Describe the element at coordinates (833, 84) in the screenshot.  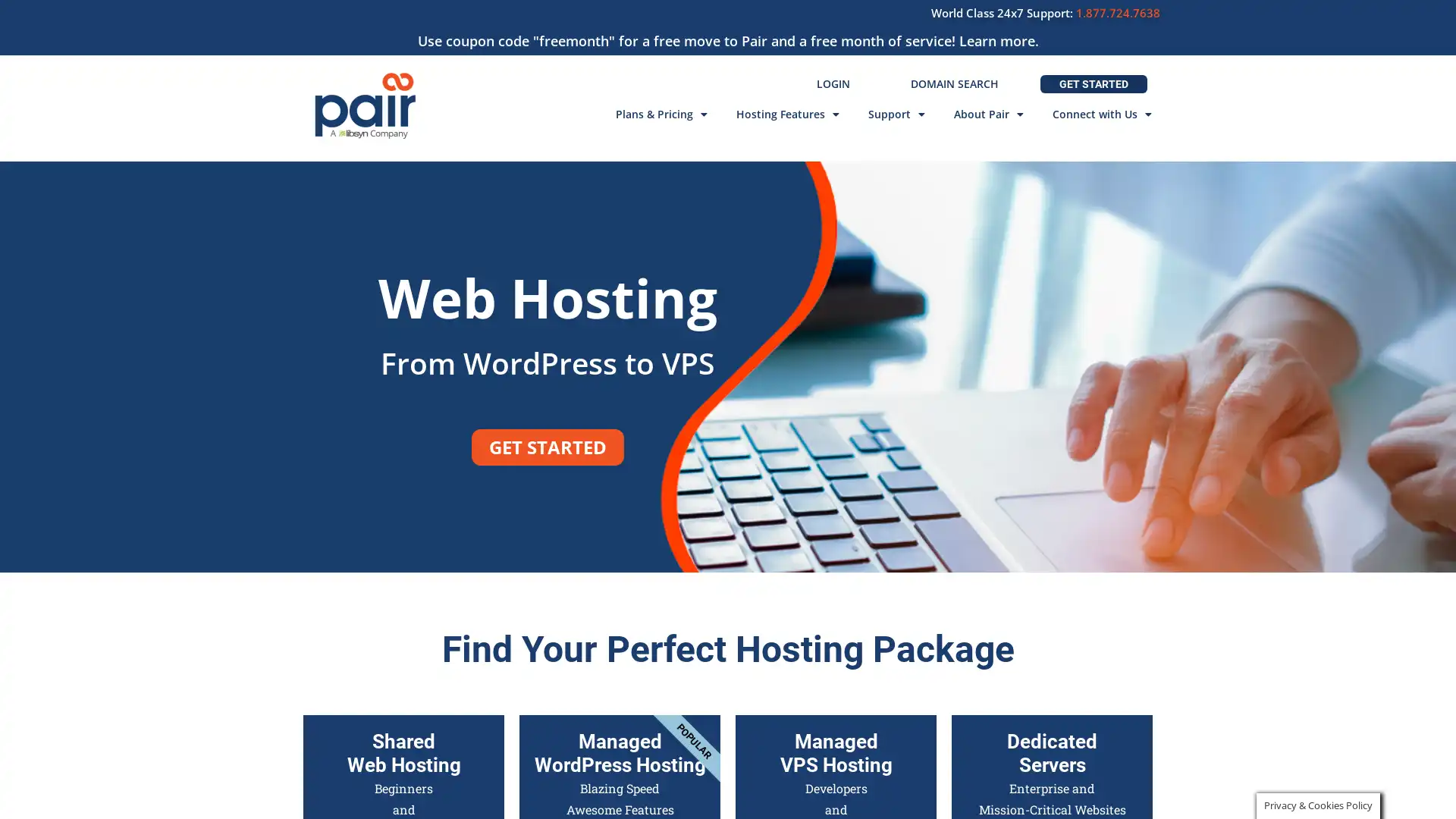
I see `LOGIN` at that location.